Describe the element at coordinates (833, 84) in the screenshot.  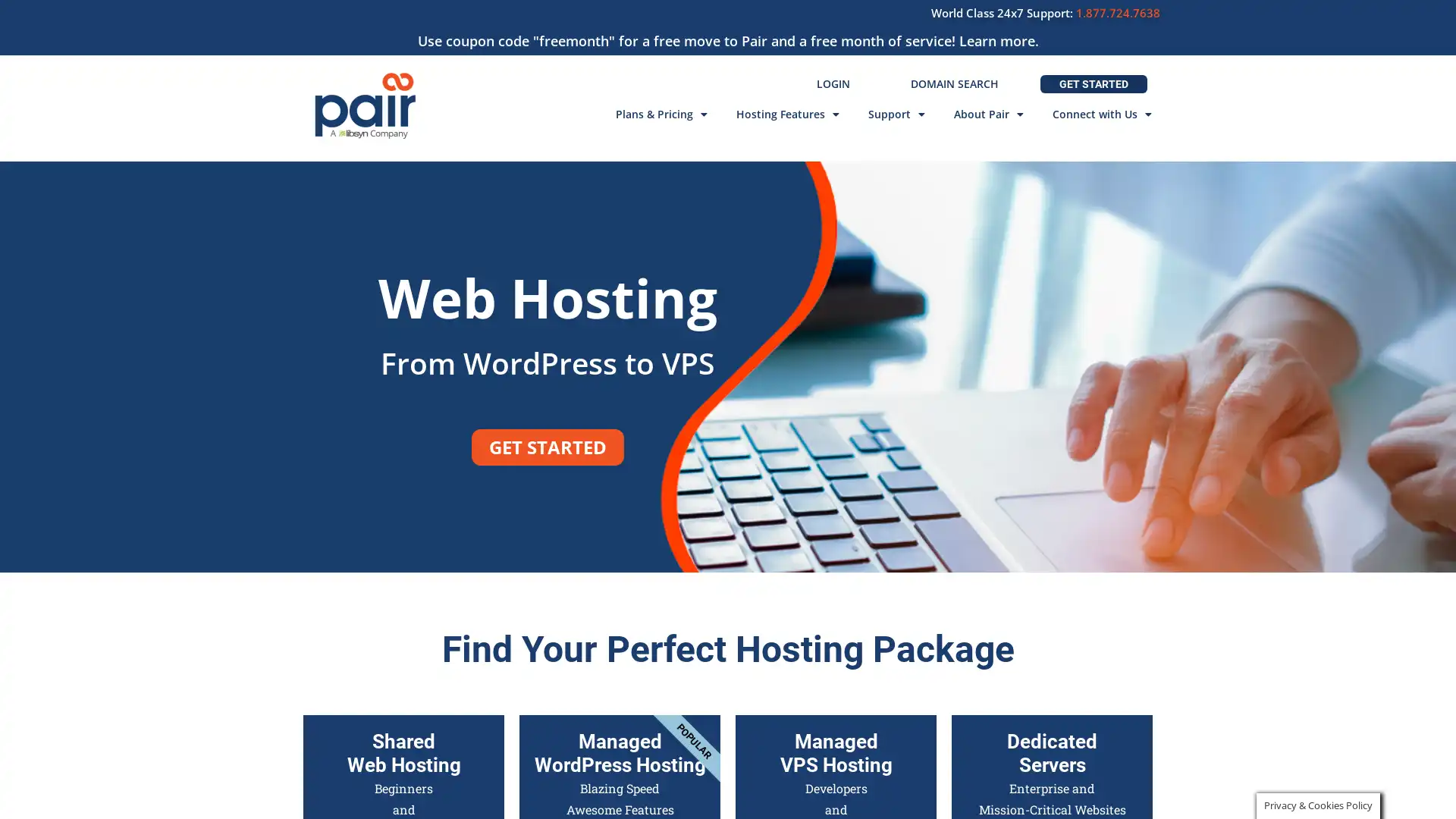
I see `LOGIN` at that location.